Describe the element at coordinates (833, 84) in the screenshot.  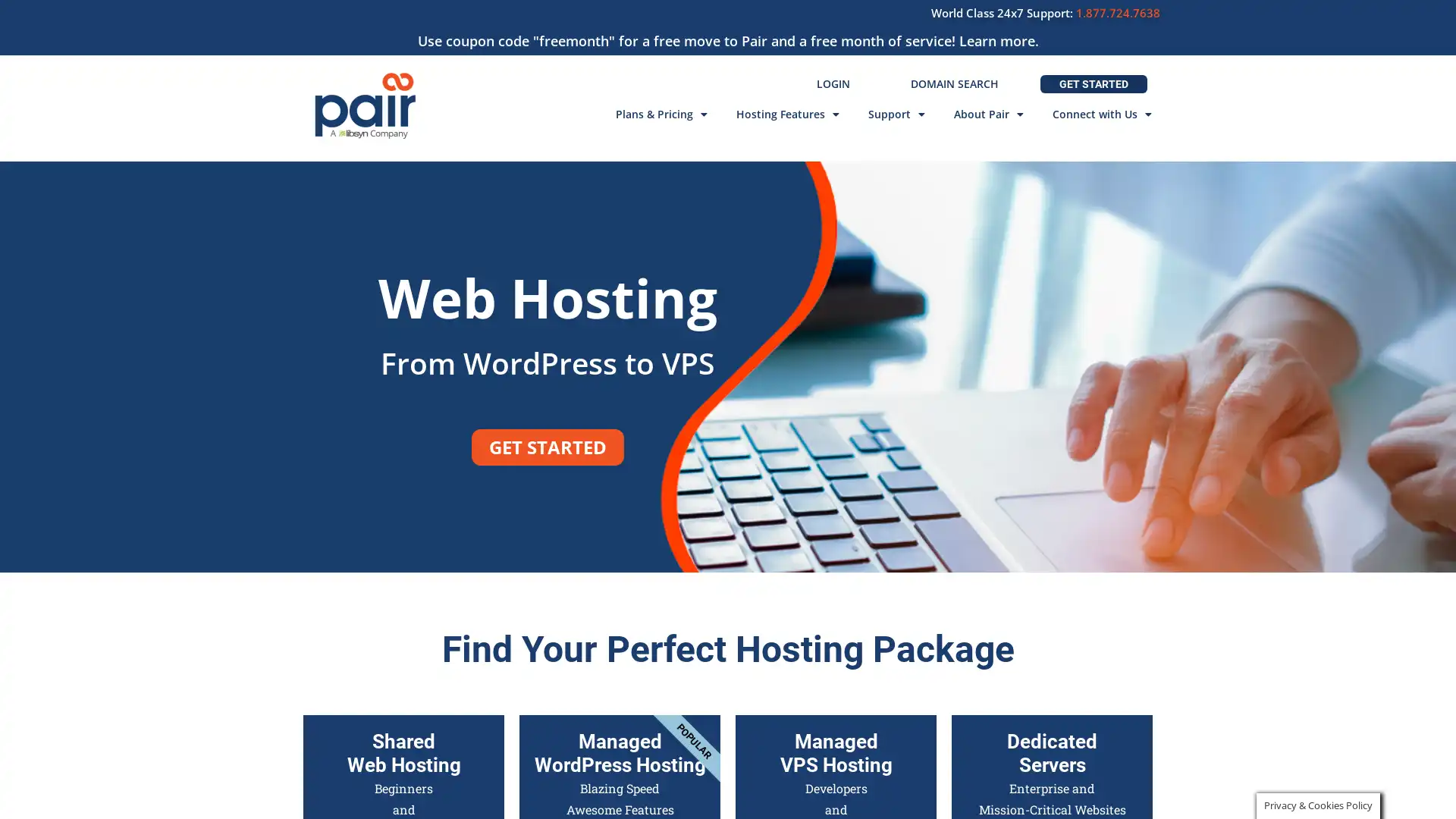
I see `LOGIN` at that location.